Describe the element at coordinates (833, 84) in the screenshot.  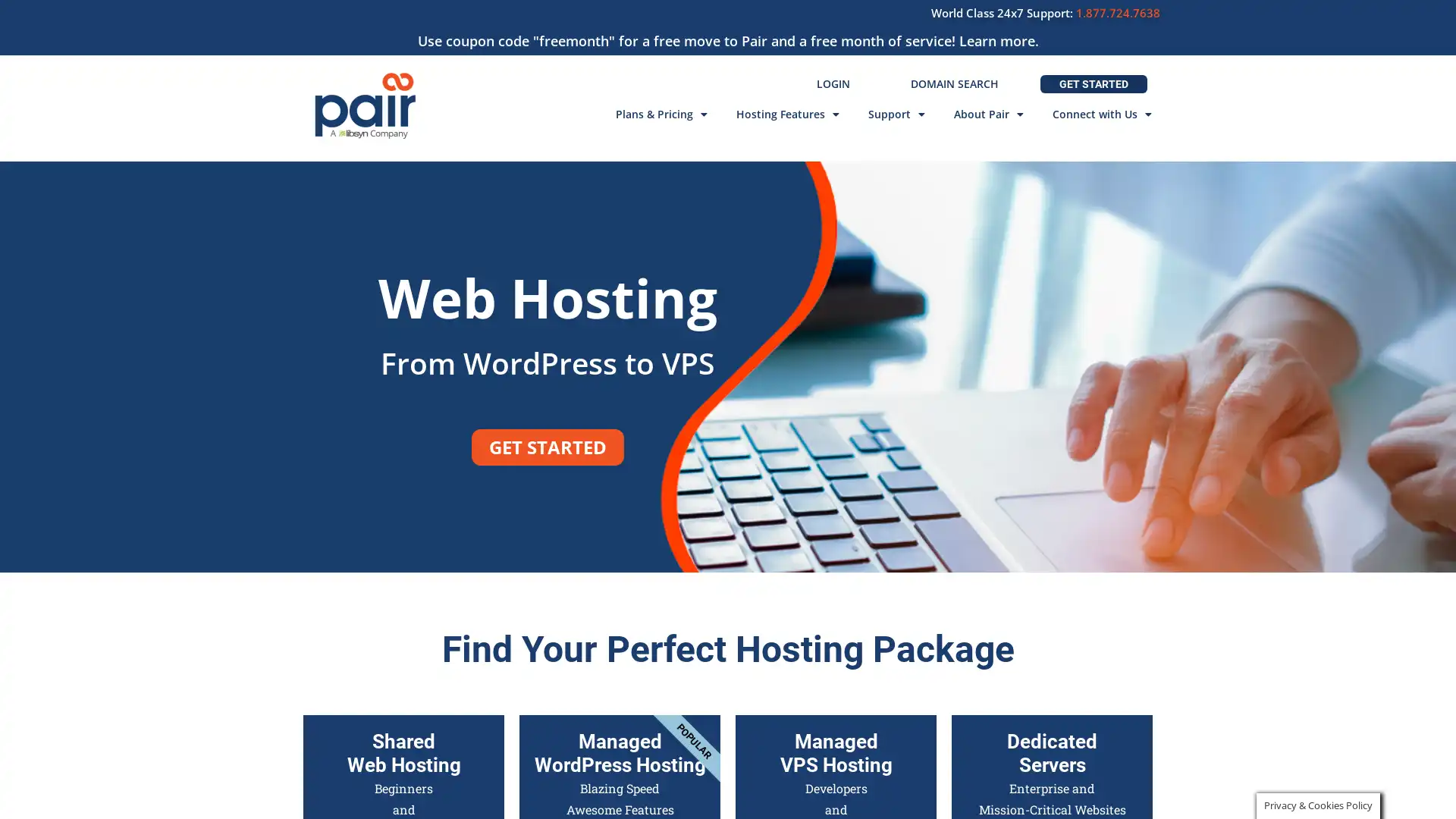
I see `LOGIN` at that location.